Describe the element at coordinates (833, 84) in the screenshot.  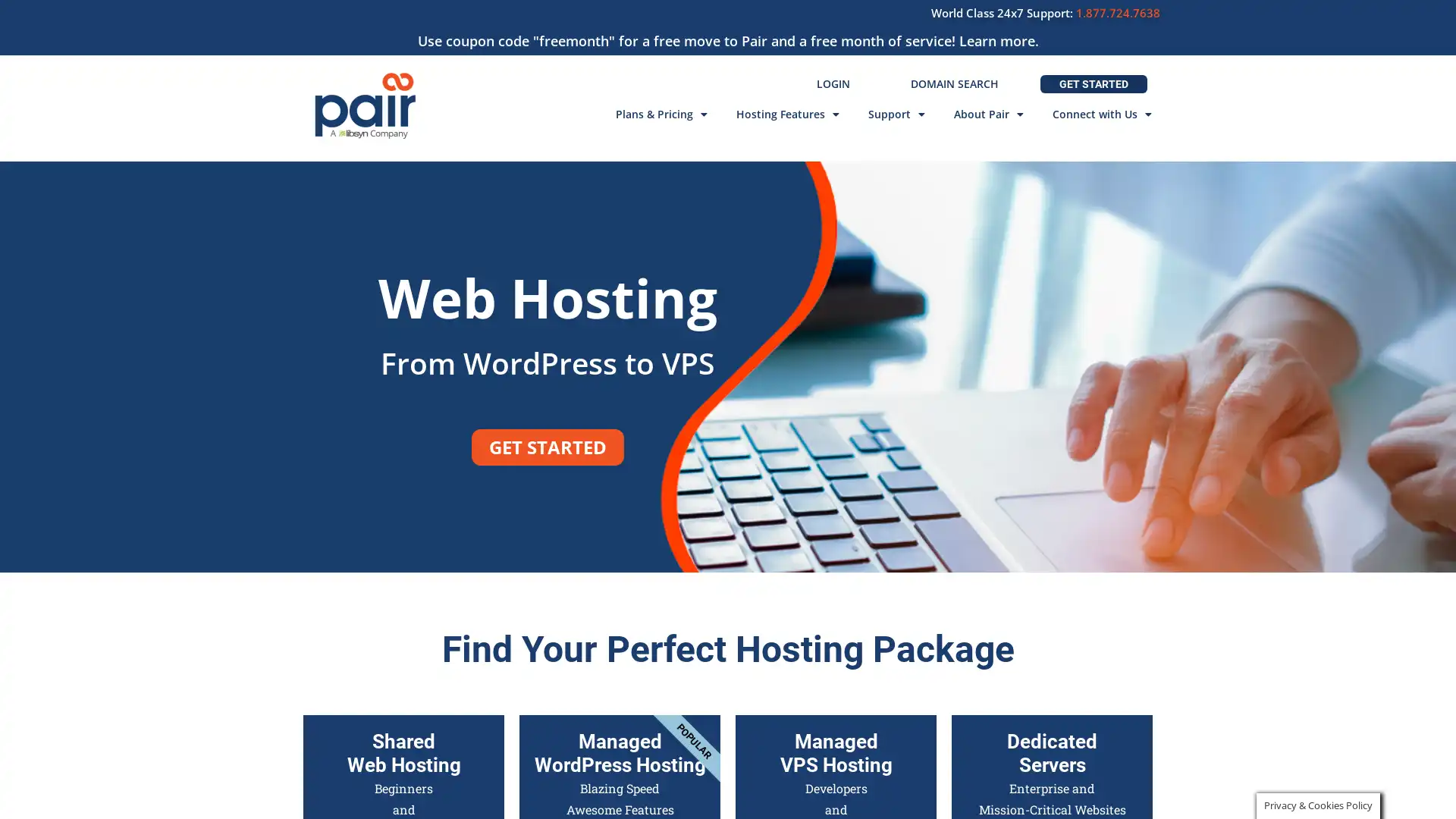
I see `LOGIN` at that location.